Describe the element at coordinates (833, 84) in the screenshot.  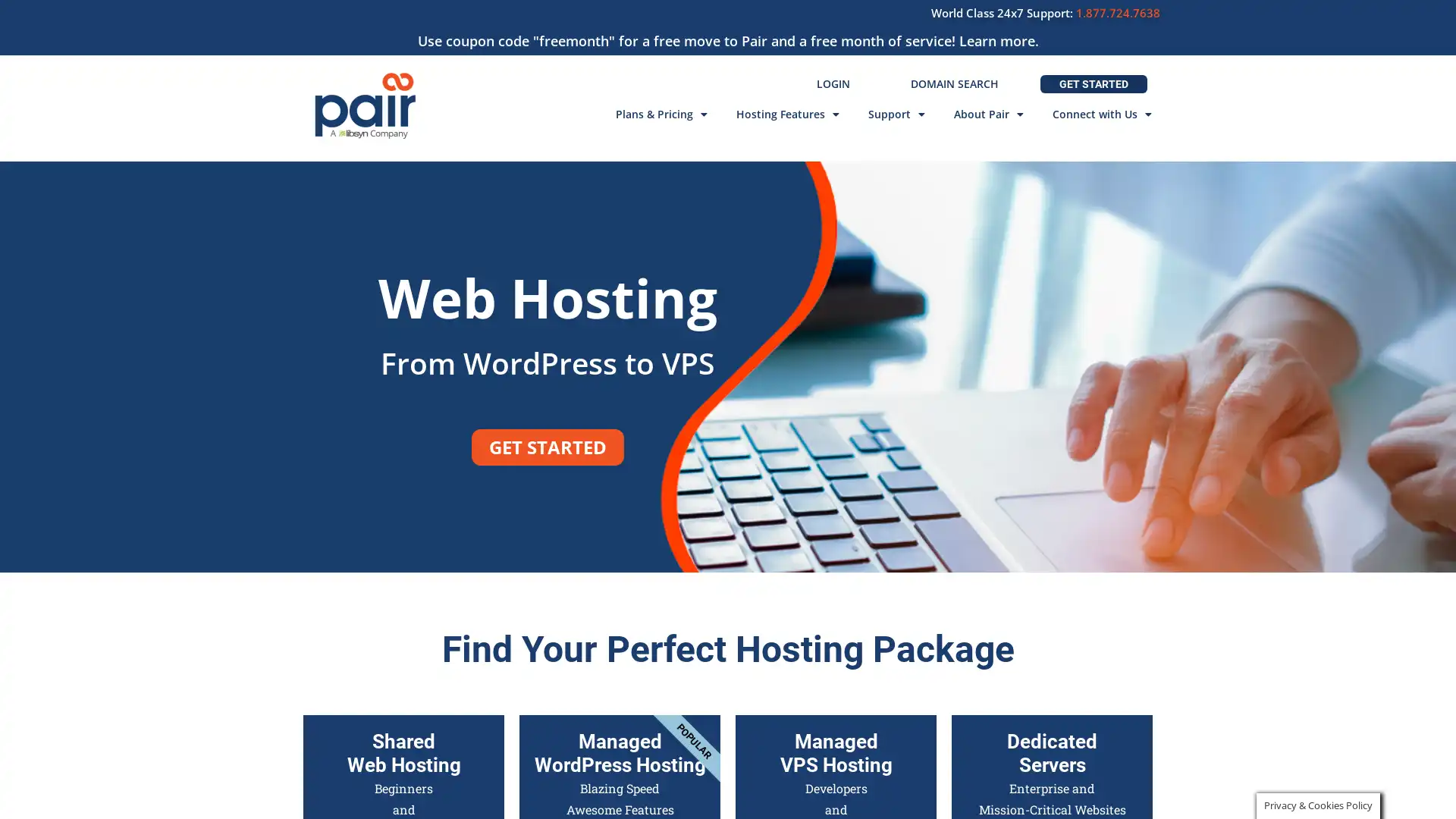
I see `LOGIN` at that location.